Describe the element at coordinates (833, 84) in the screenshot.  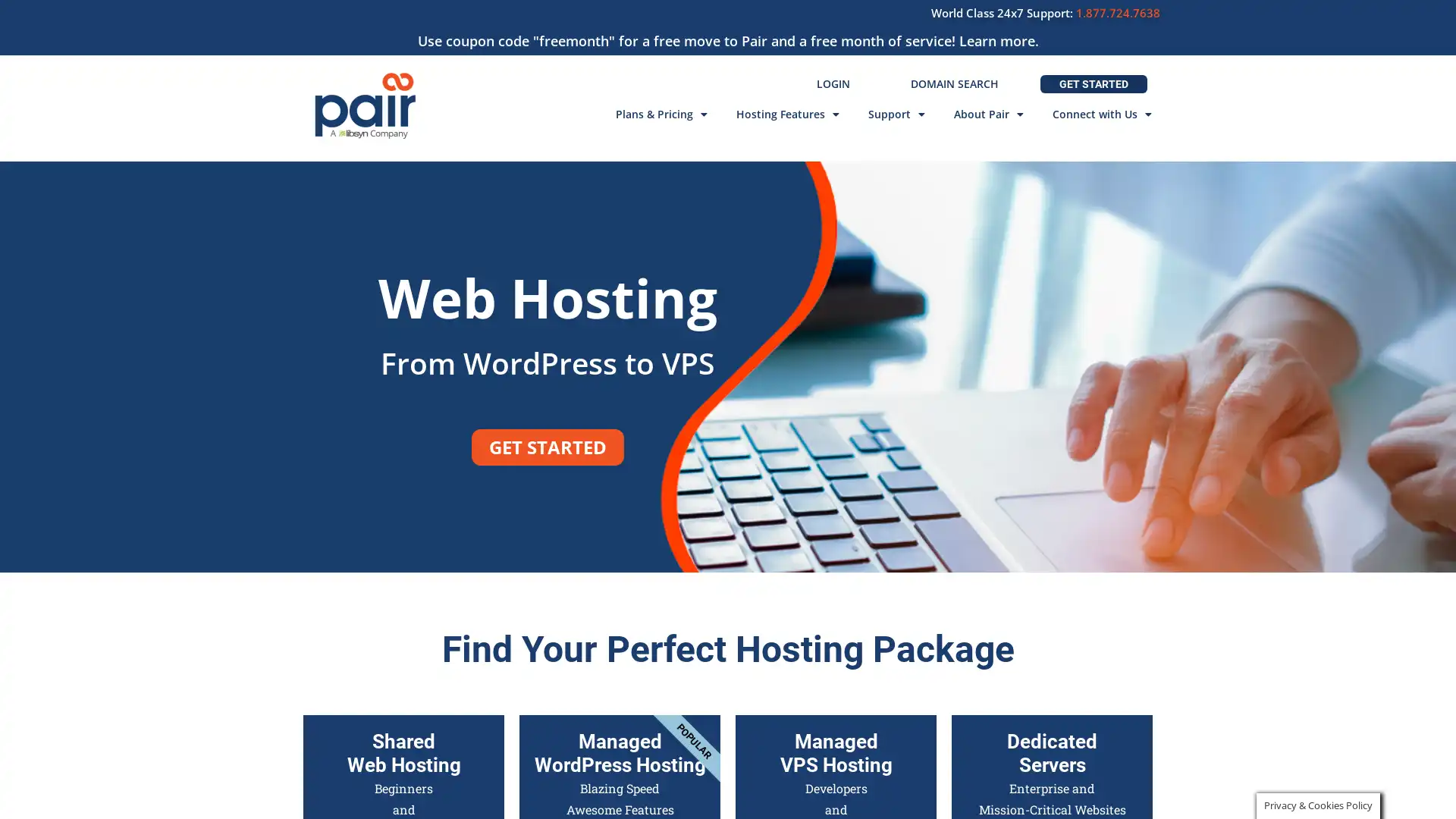
I see `LOGIN` at that location.